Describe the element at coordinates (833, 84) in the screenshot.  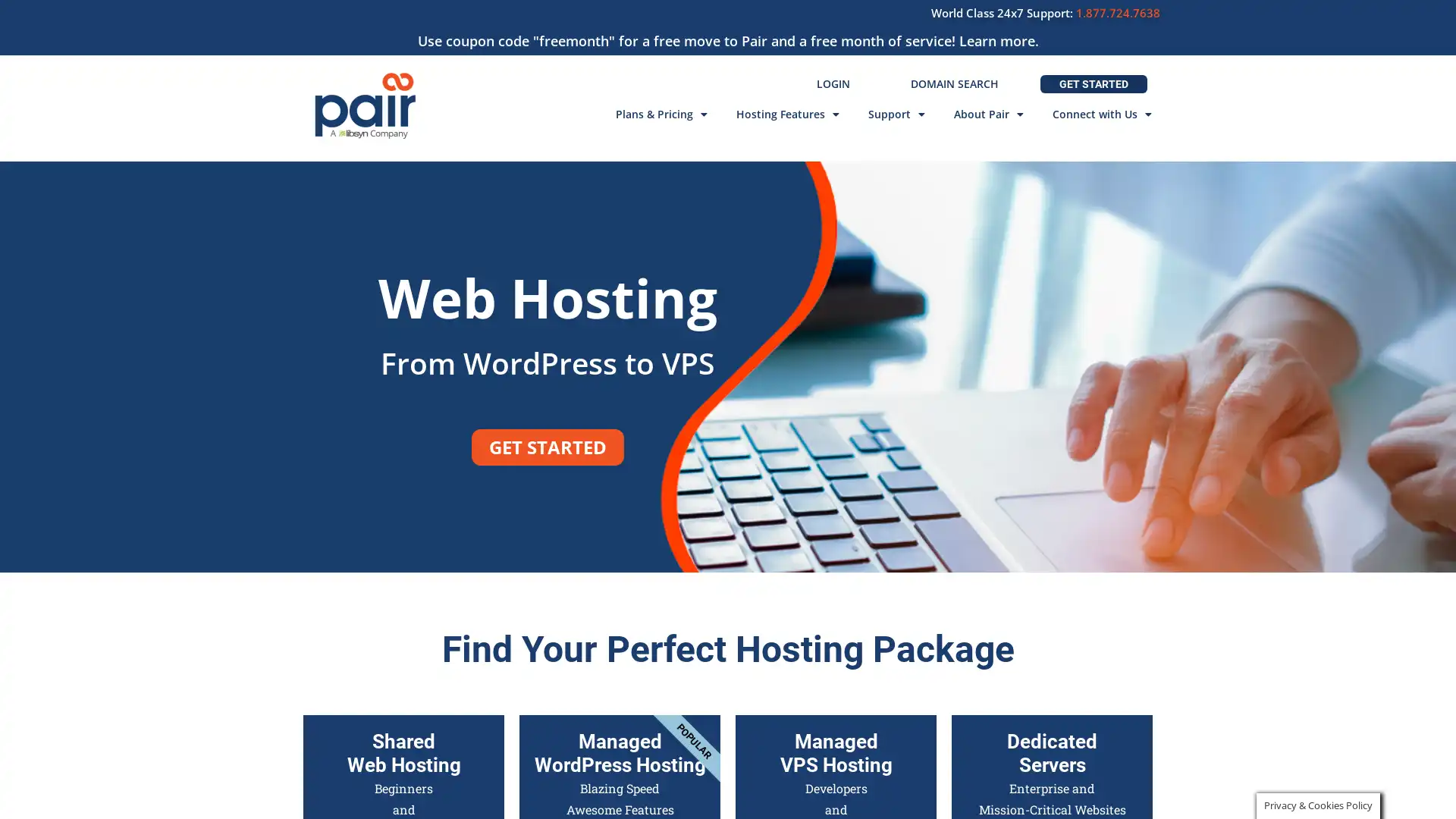
I see `LOGIN` at that location.